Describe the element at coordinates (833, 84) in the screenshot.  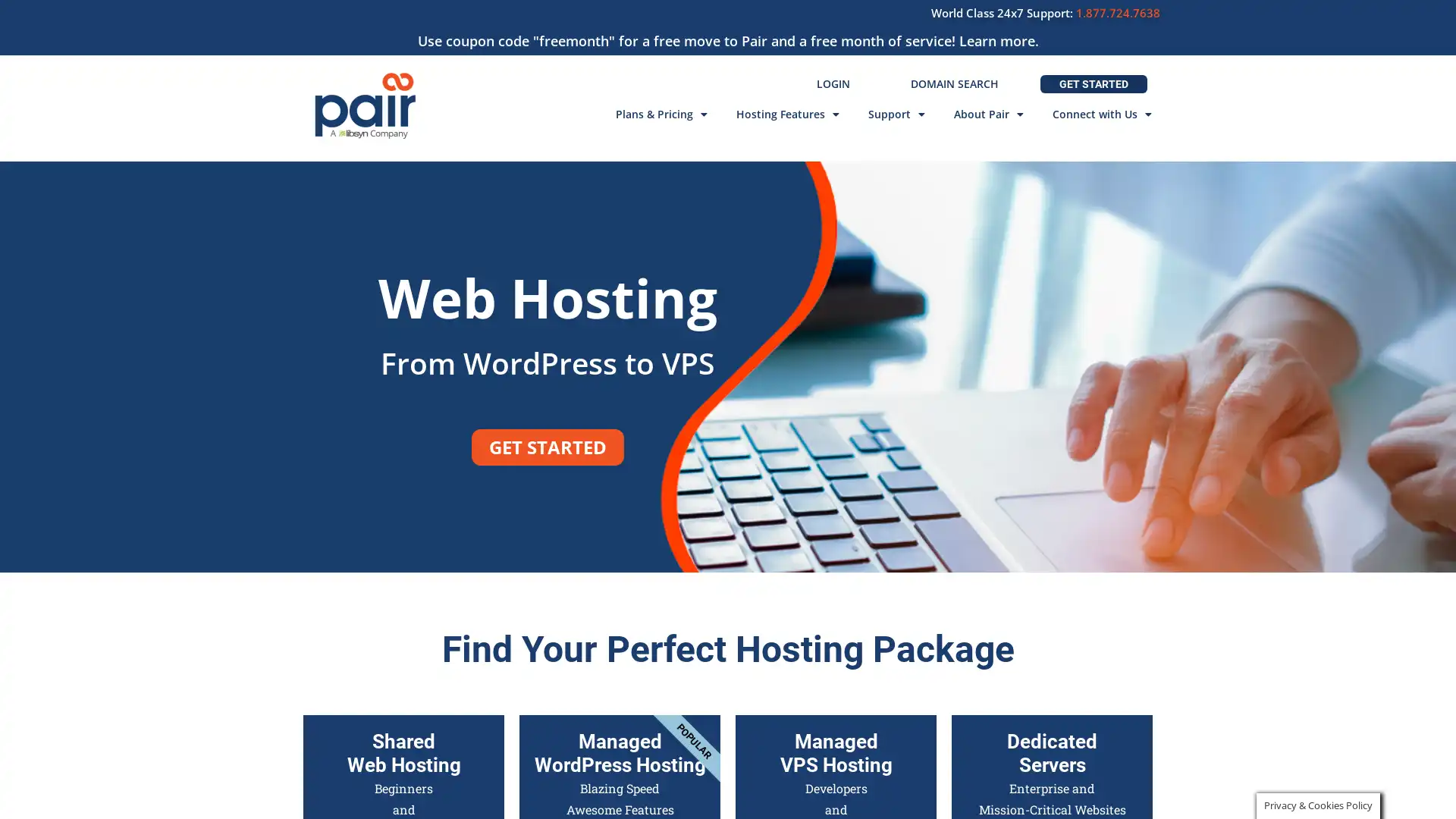
I see `LOGIN` at that location.